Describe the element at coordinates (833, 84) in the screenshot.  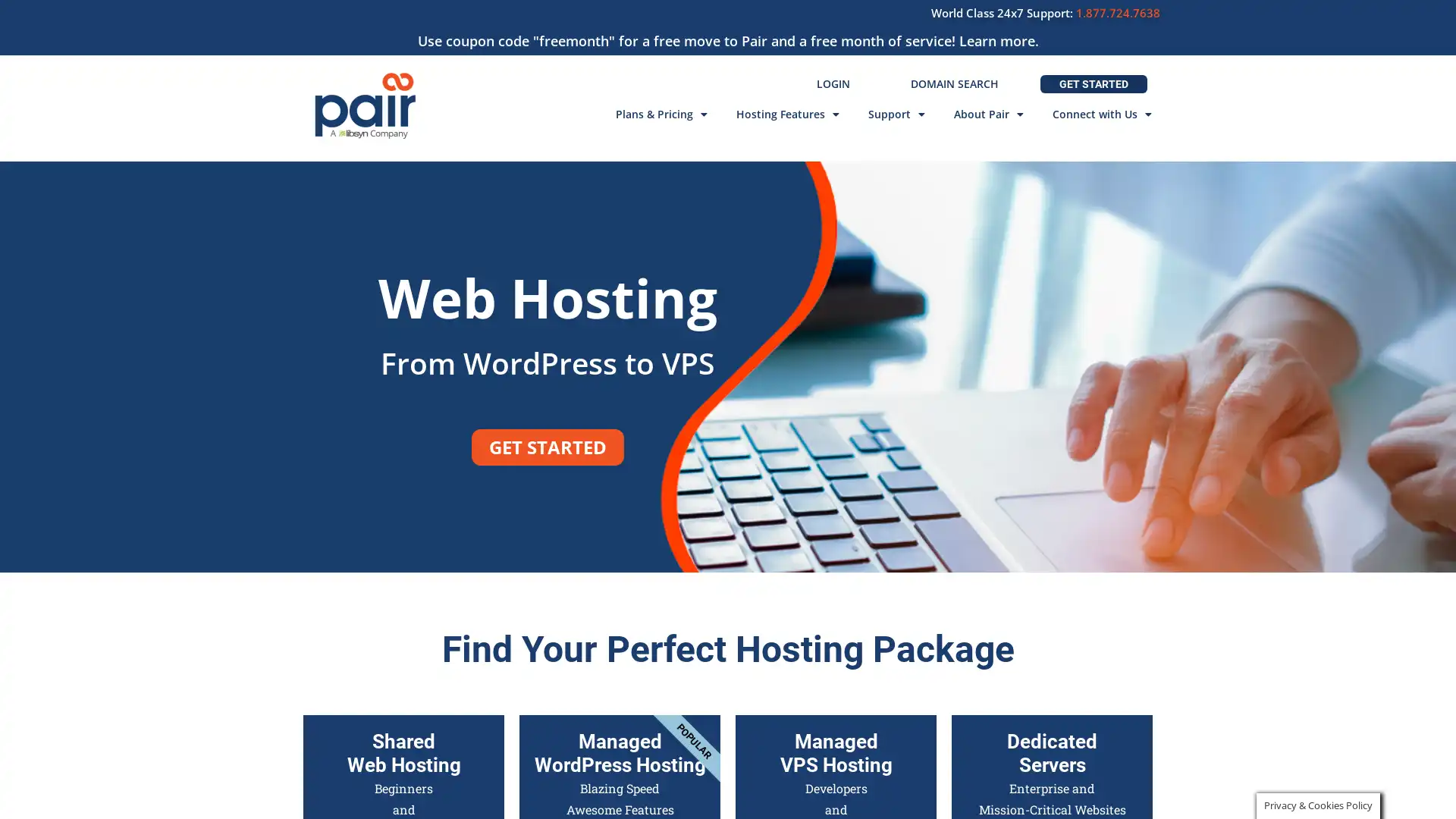
I see `LOGIN` at that location.